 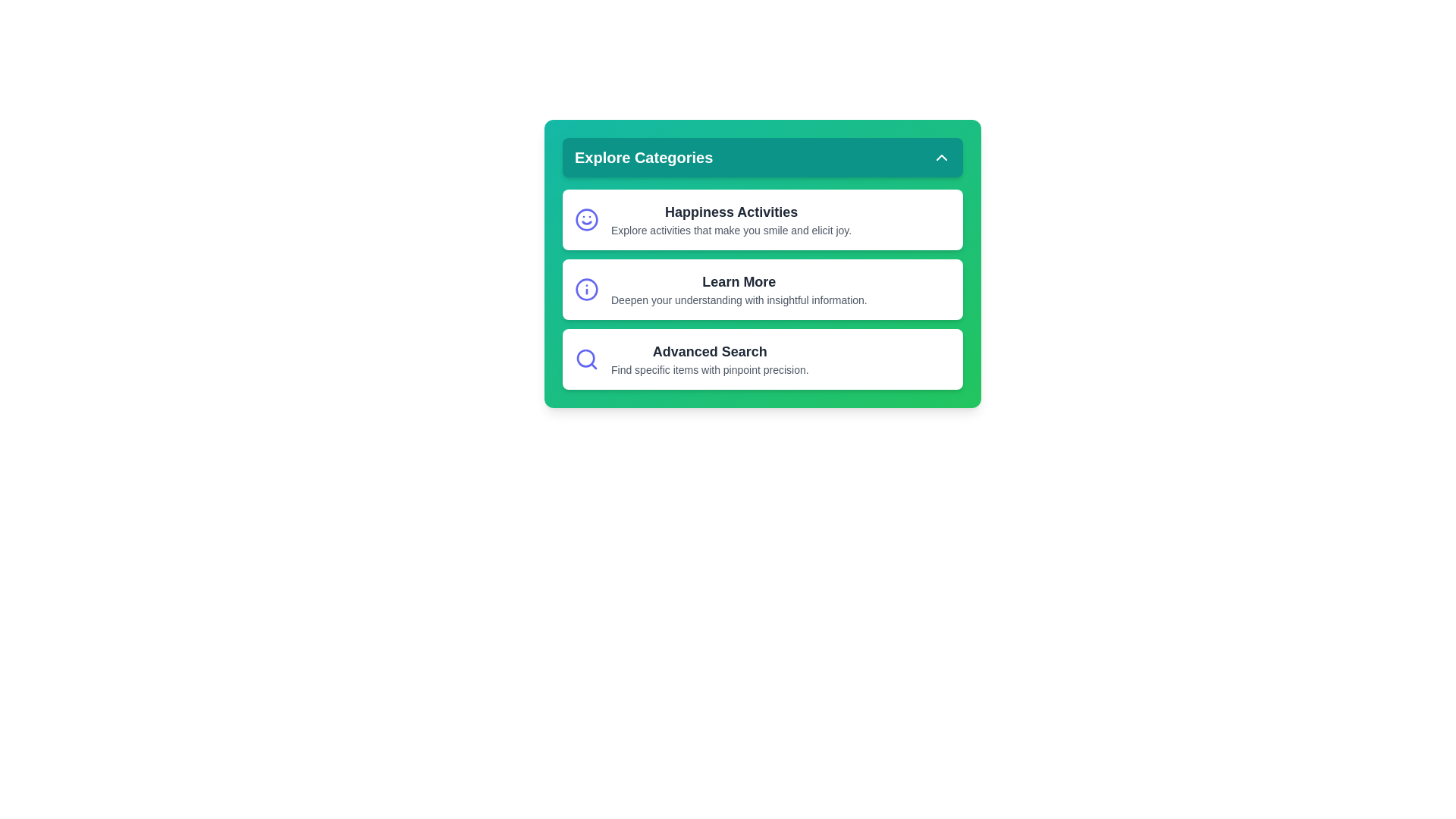 I want to click on the icon next to the category label Advanced Search, so click(x=585, y=359).